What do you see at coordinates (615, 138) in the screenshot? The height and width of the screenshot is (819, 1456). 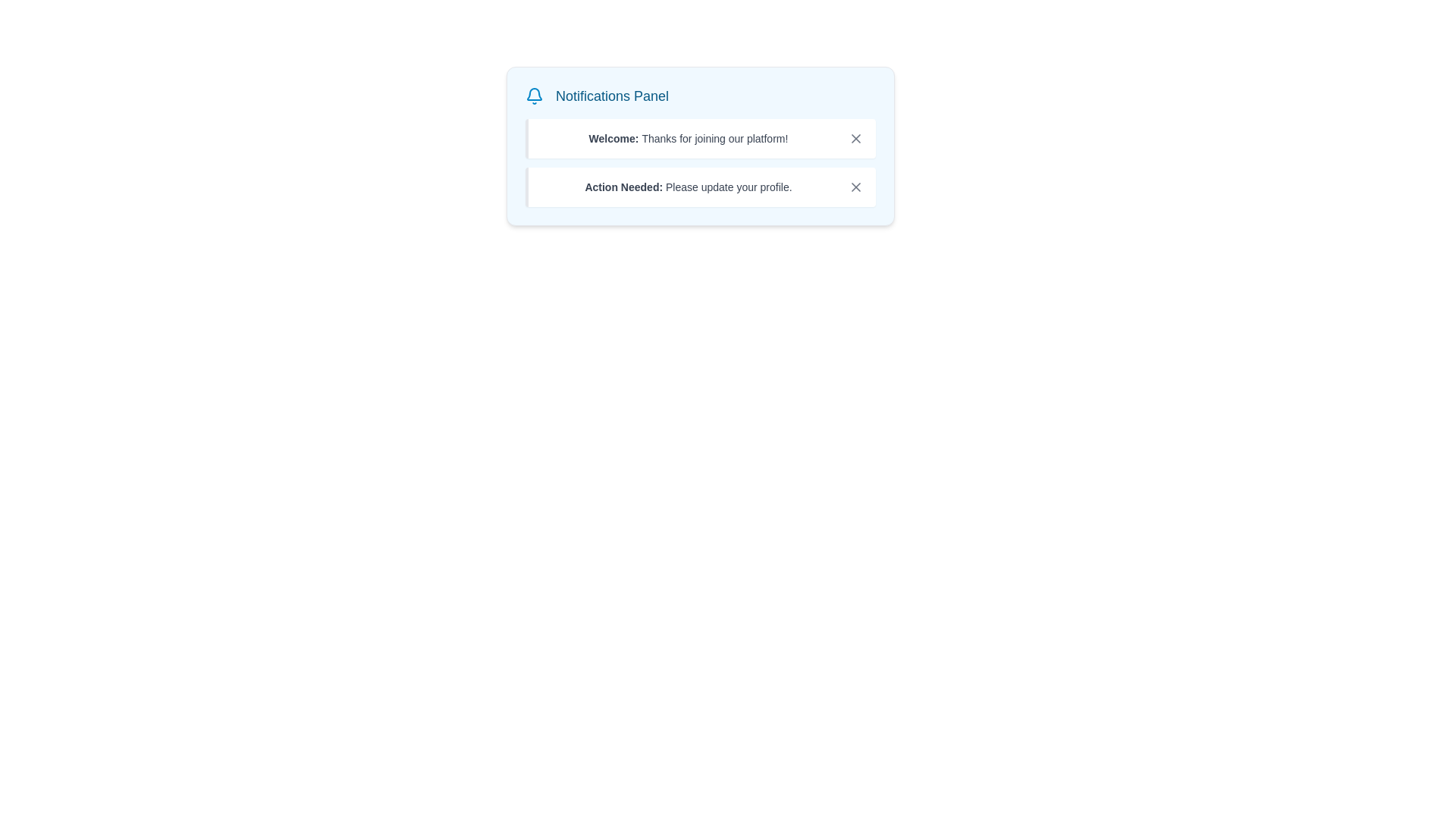 I see `the text label displaying 'Welcome:' in the Notifications Panel, located at the top-central area of the interface` at bounding box center [615, 138].